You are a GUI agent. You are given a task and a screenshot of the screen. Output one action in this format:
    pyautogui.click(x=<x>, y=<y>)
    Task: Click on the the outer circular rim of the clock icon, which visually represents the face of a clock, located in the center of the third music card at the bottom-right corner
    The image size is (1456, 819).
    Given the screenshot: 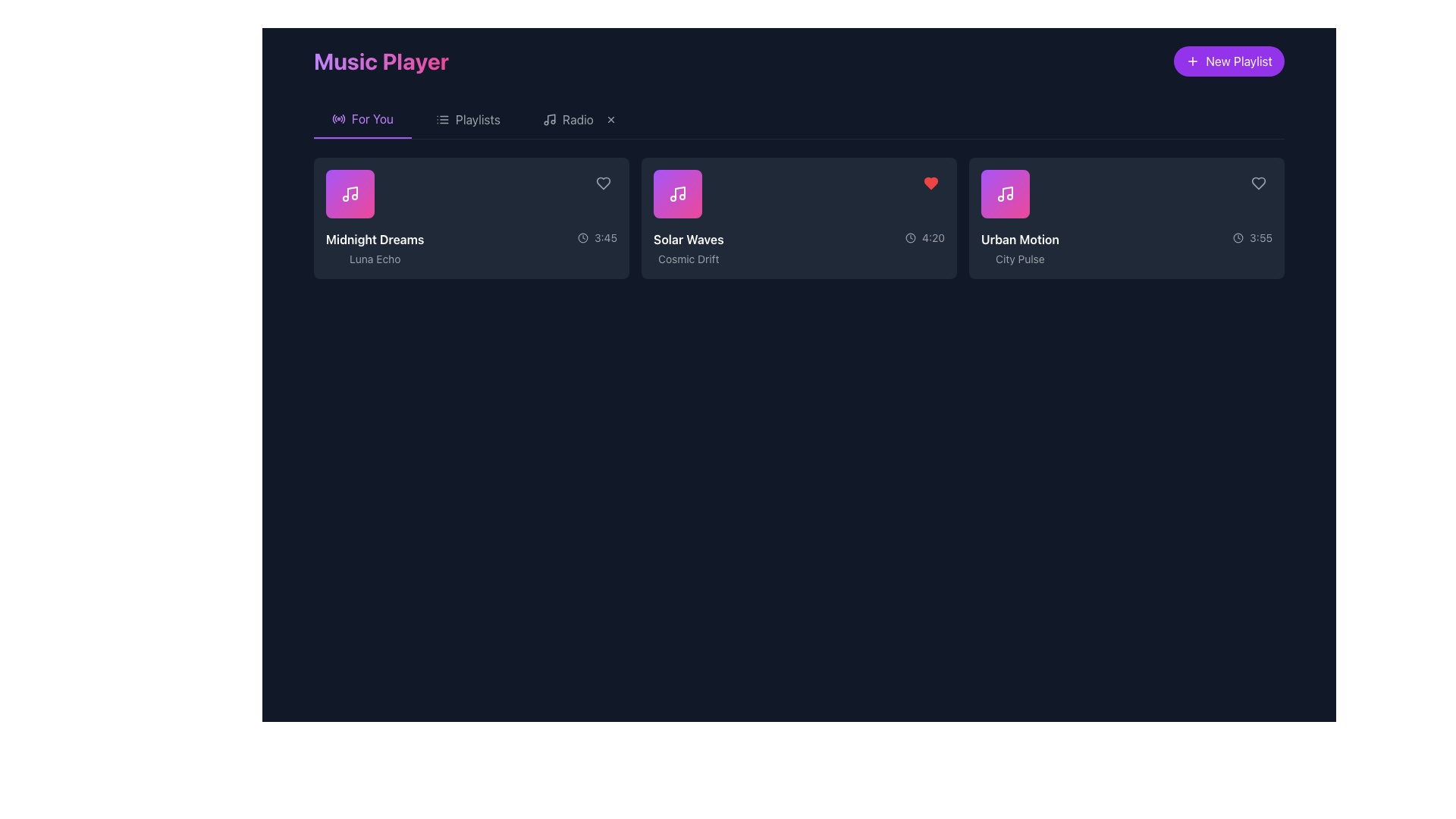 What is the action you would take?
    pyautogui.click(x=1238, y=237)
    